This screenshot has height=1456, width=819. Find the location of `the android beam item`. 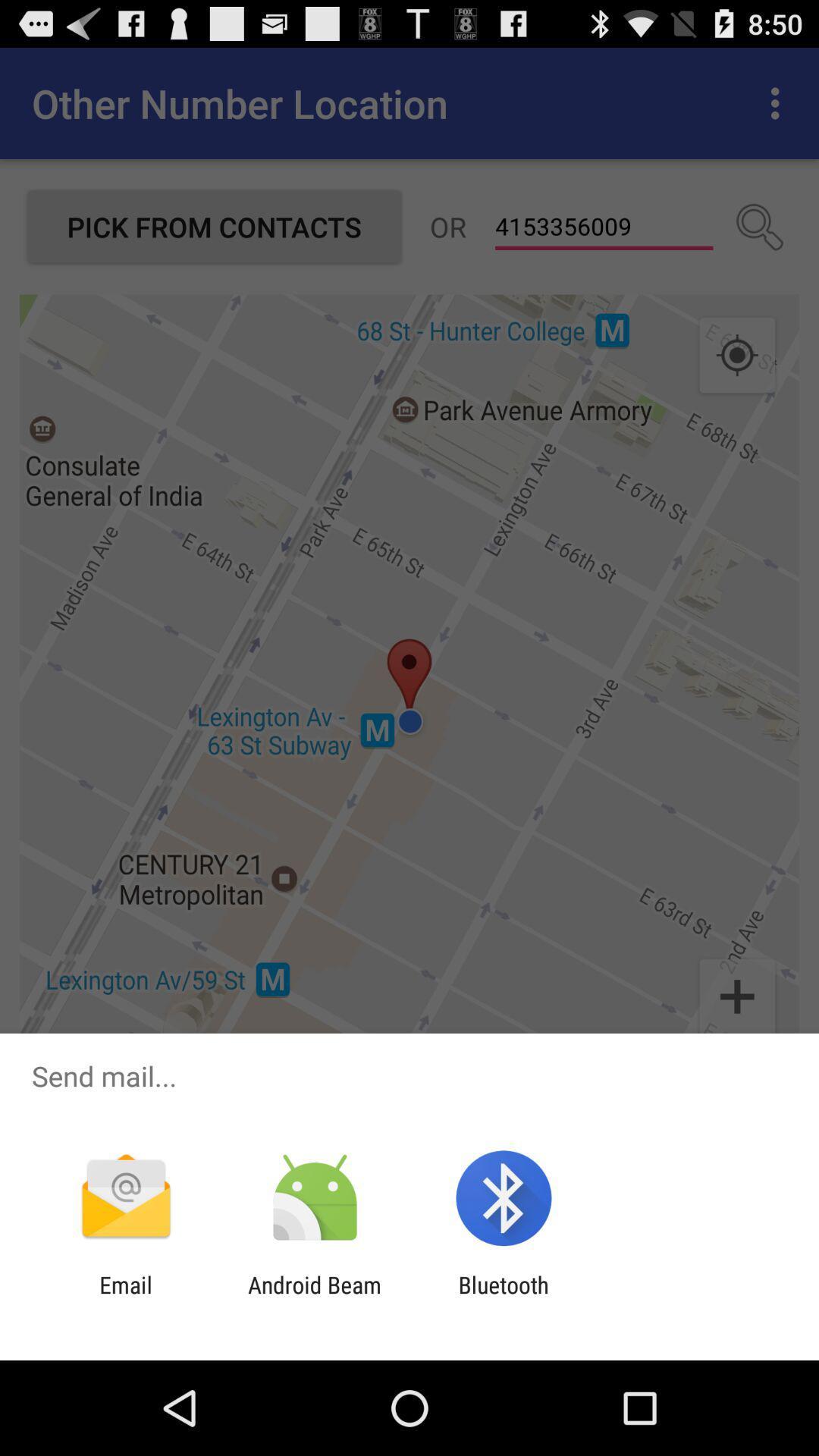

the android beam item is located at coordinates (314, 1298).